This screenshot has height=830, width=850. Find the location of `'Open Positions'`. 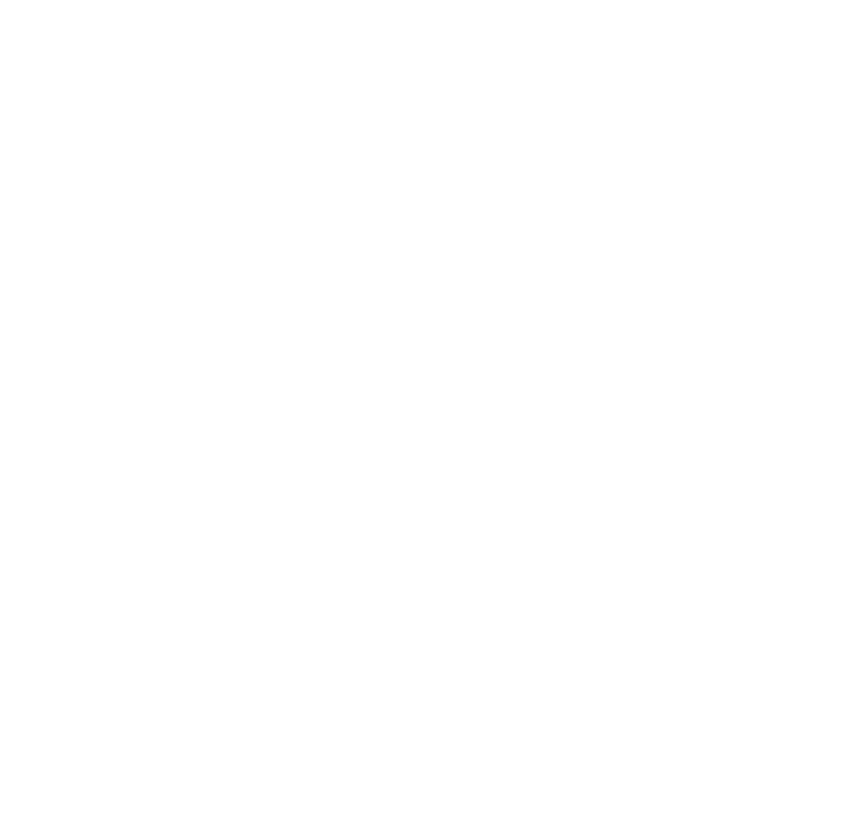

'Open Positions' is located at coordinates (54, 456).